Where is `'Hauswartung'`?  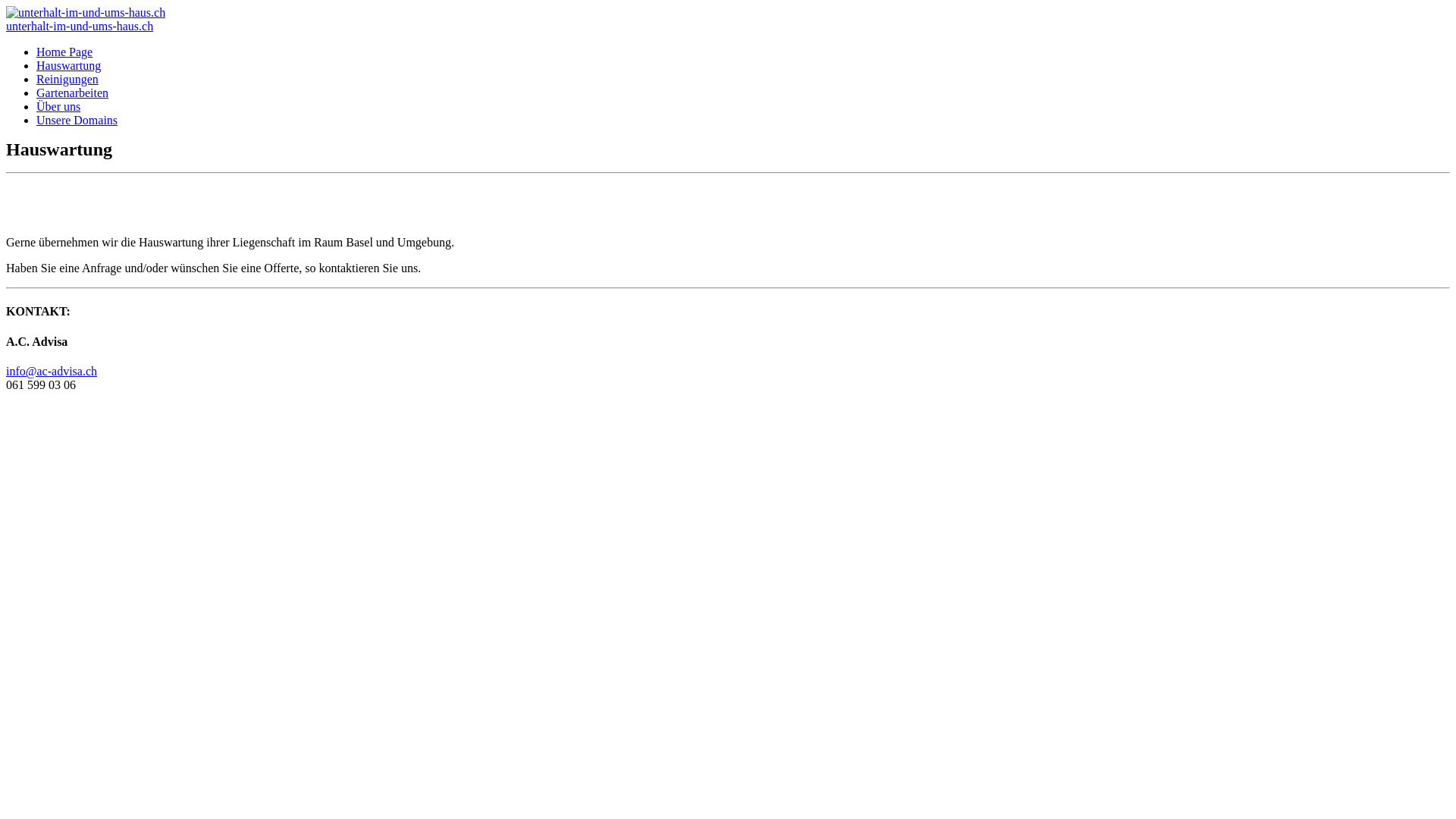 'Hauswartung' is located at coordinates (36, 64).